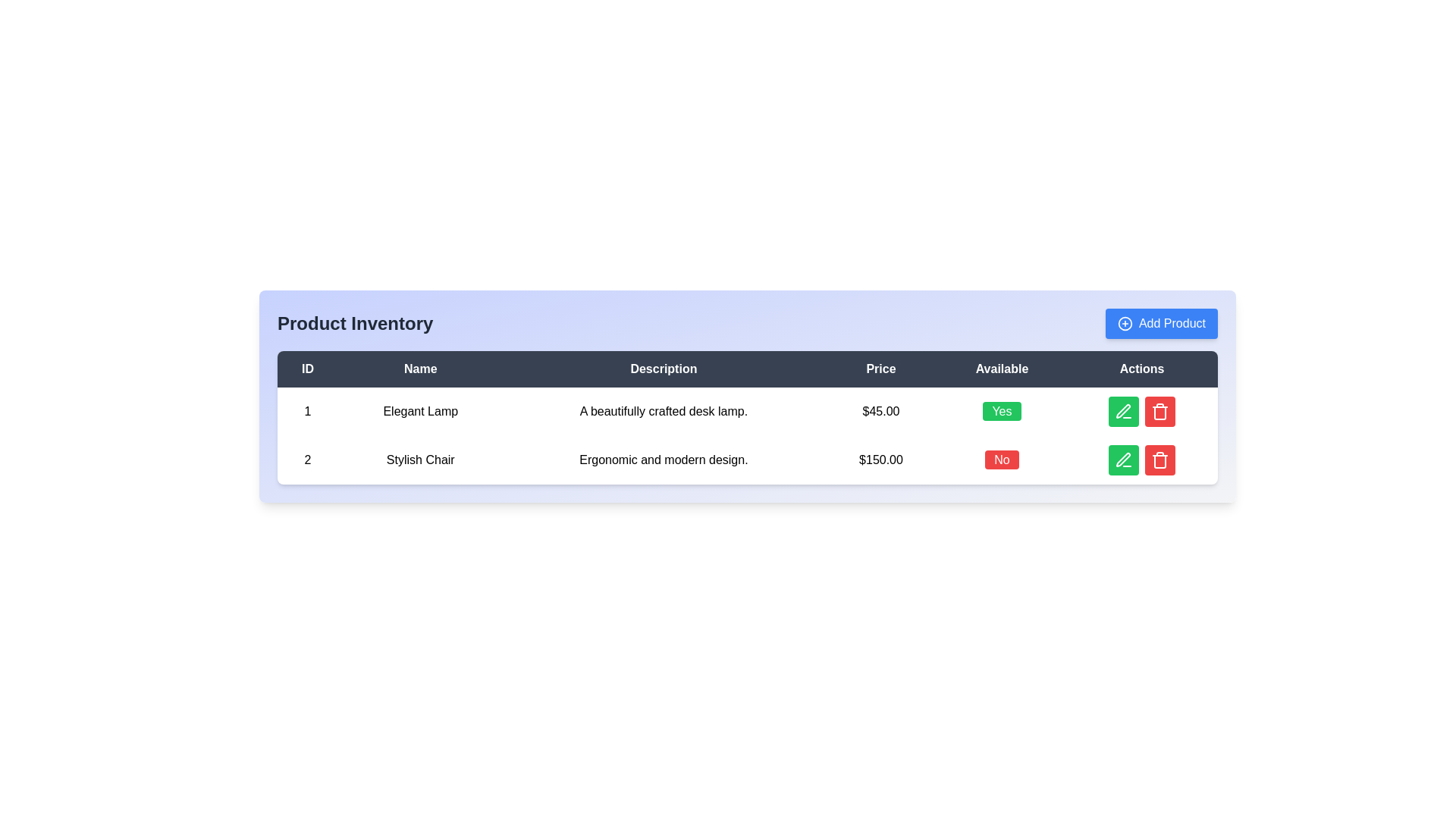  I want to click on the table header cell displaying 'Actions' in bold font, positioned at the far-right of the table with a dark background and white text, so click(1142, 369).